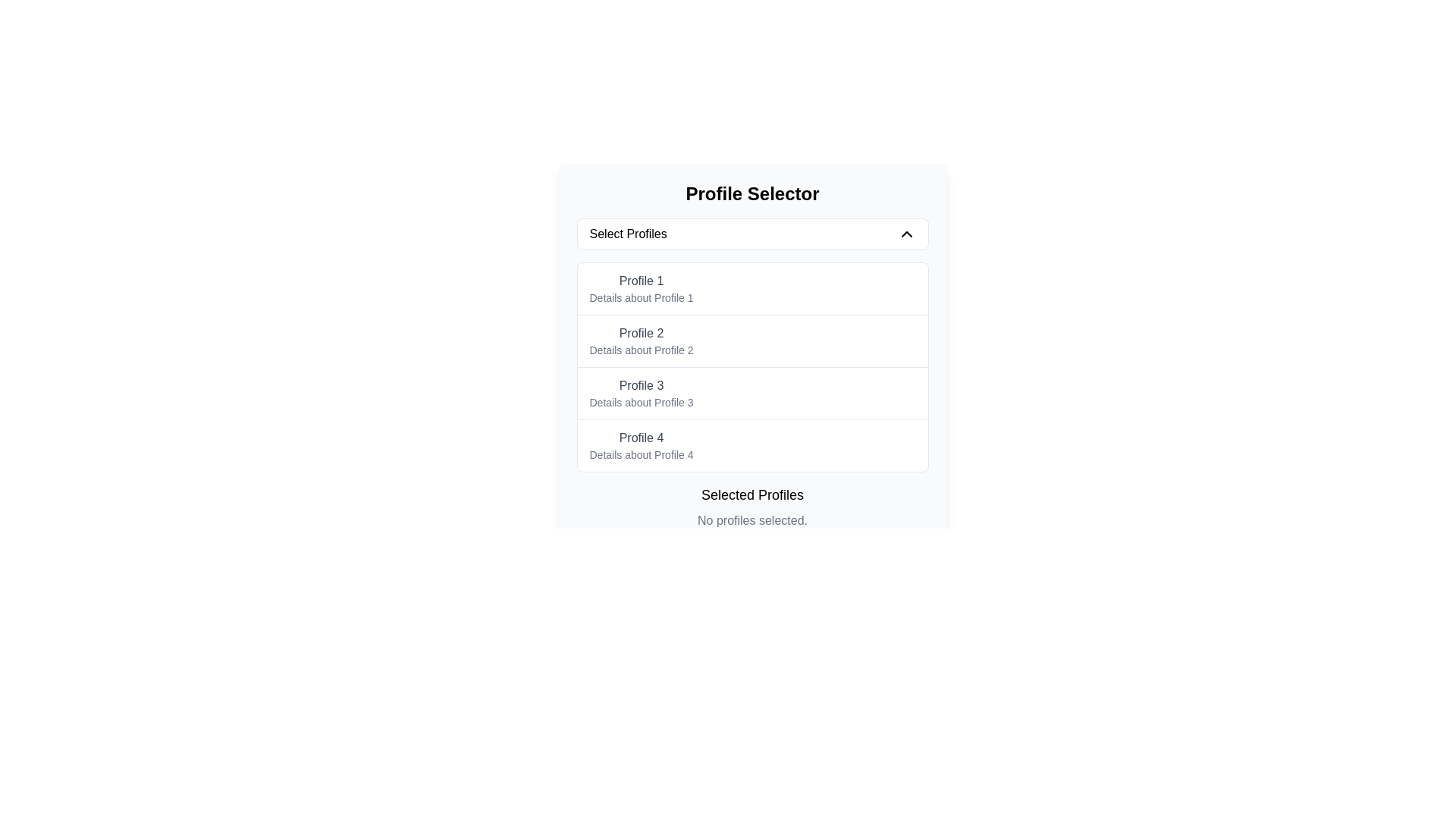  What do you see at coordinates (752, 507) in the screenshot?
I see `the static informational text block displaying 'Selected Profiles' and indicating 'No profiles selected.' at the bottom of the 'Profile Selector' panel` at bounding box center [752, 507].